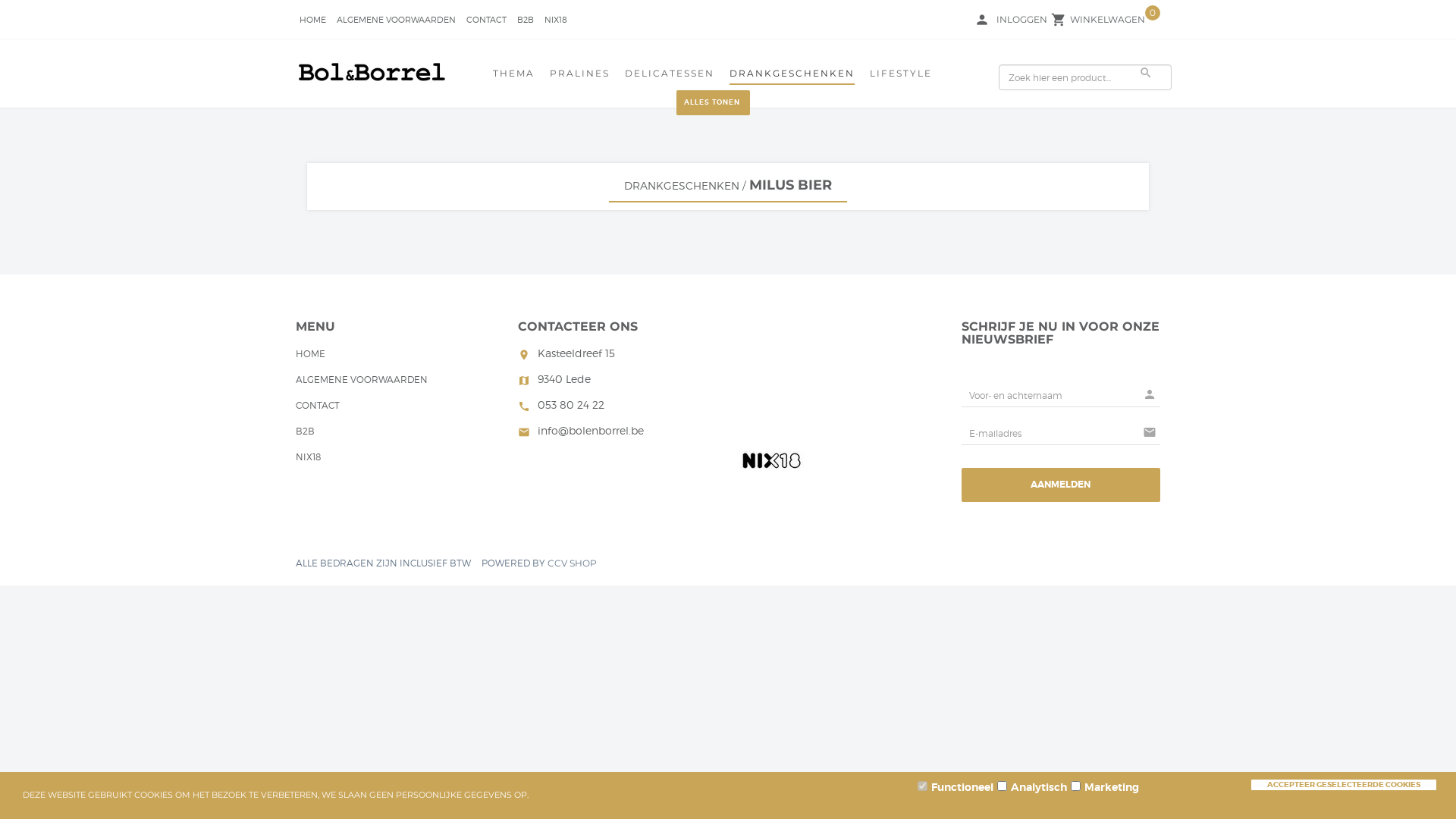 The width and height of the screenshot is (1456, 819). Describe the element at coordinates (901, 75) in the screenshot. I see `'LIFESTYLE'` at that location.